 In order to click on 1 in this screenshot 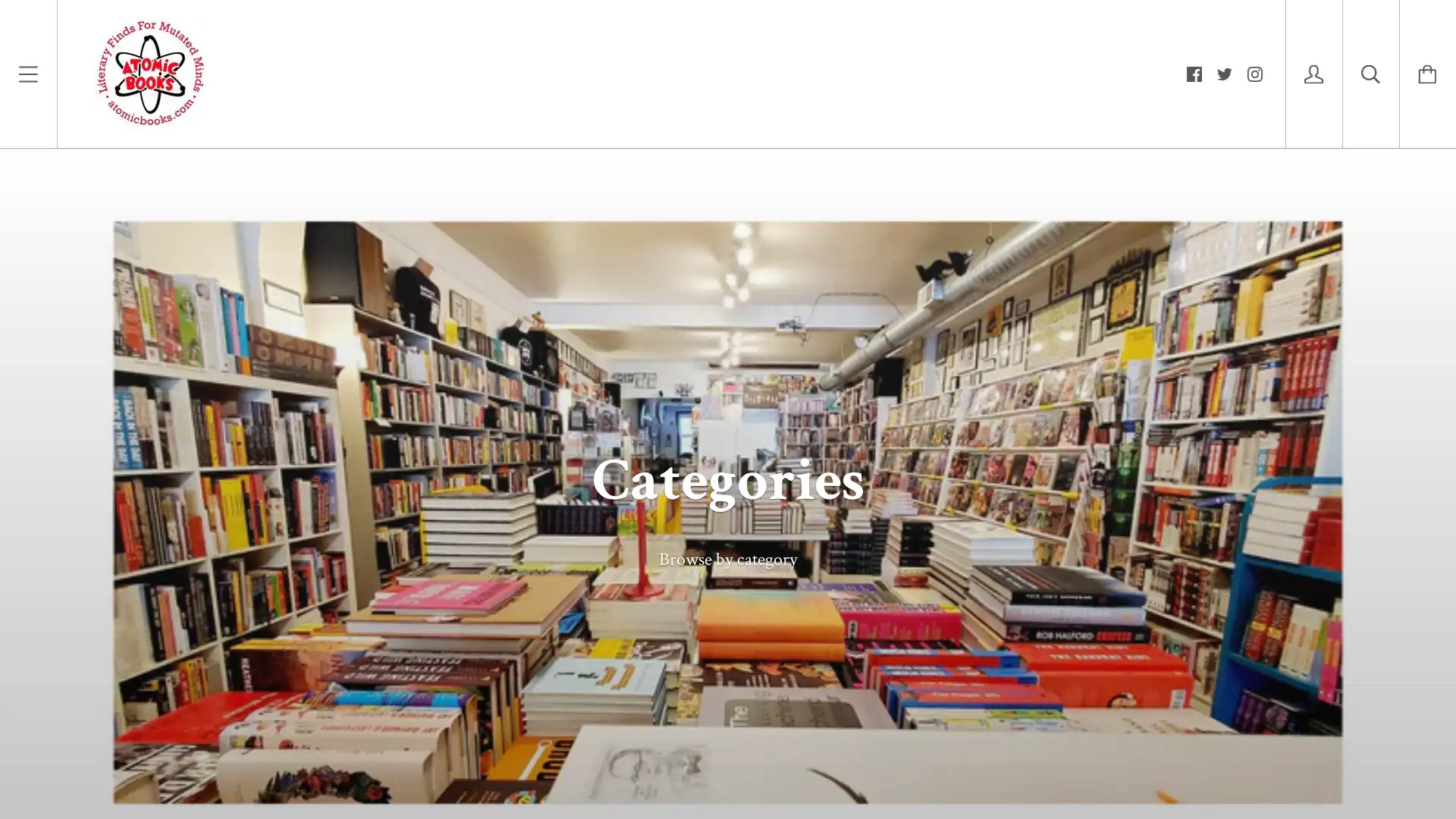, I will do `click(1252, 748)`.